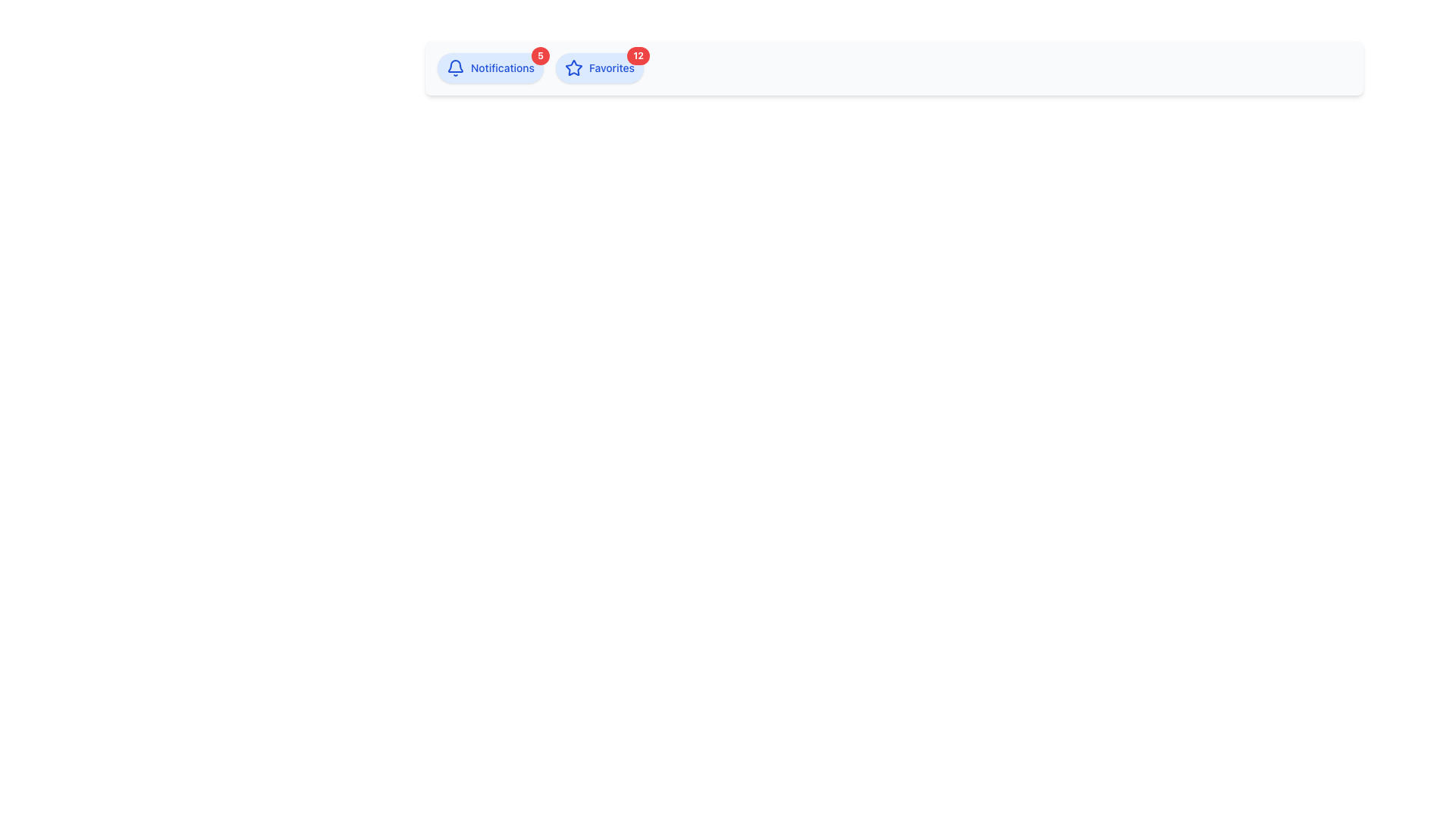 This screenshot has height=819, width=1456. What do you see at coordinates (599, 67) in the screenshot?
I see `the 'Favorites' button, which has a light blue background, rounded edges, and a red badge indicating '12'` at bounding box center [599, 67].